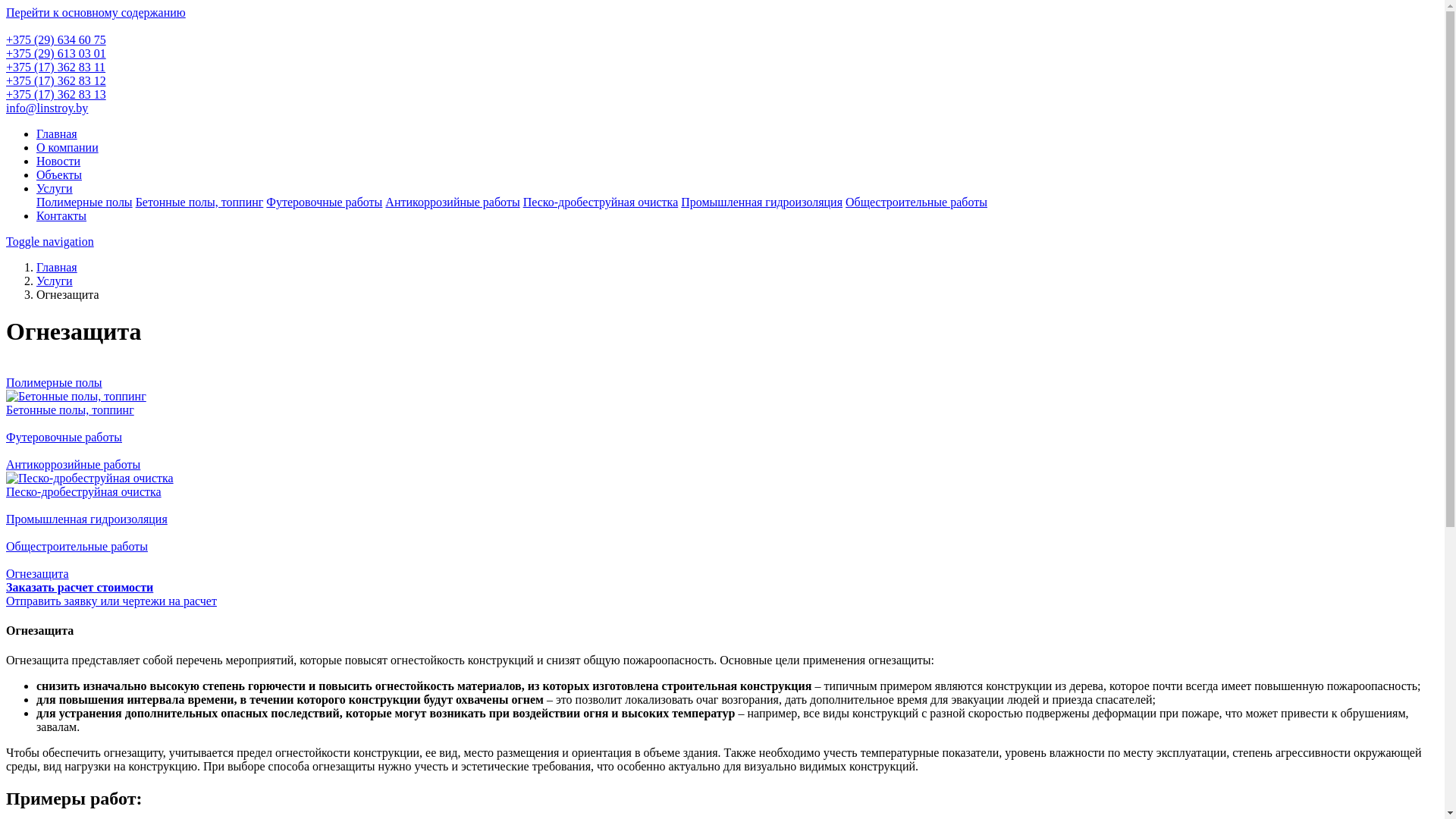 This screenshot has height=819, width=1456. I want to click on '+375 (17) 362 83 13', so click(55, 94).